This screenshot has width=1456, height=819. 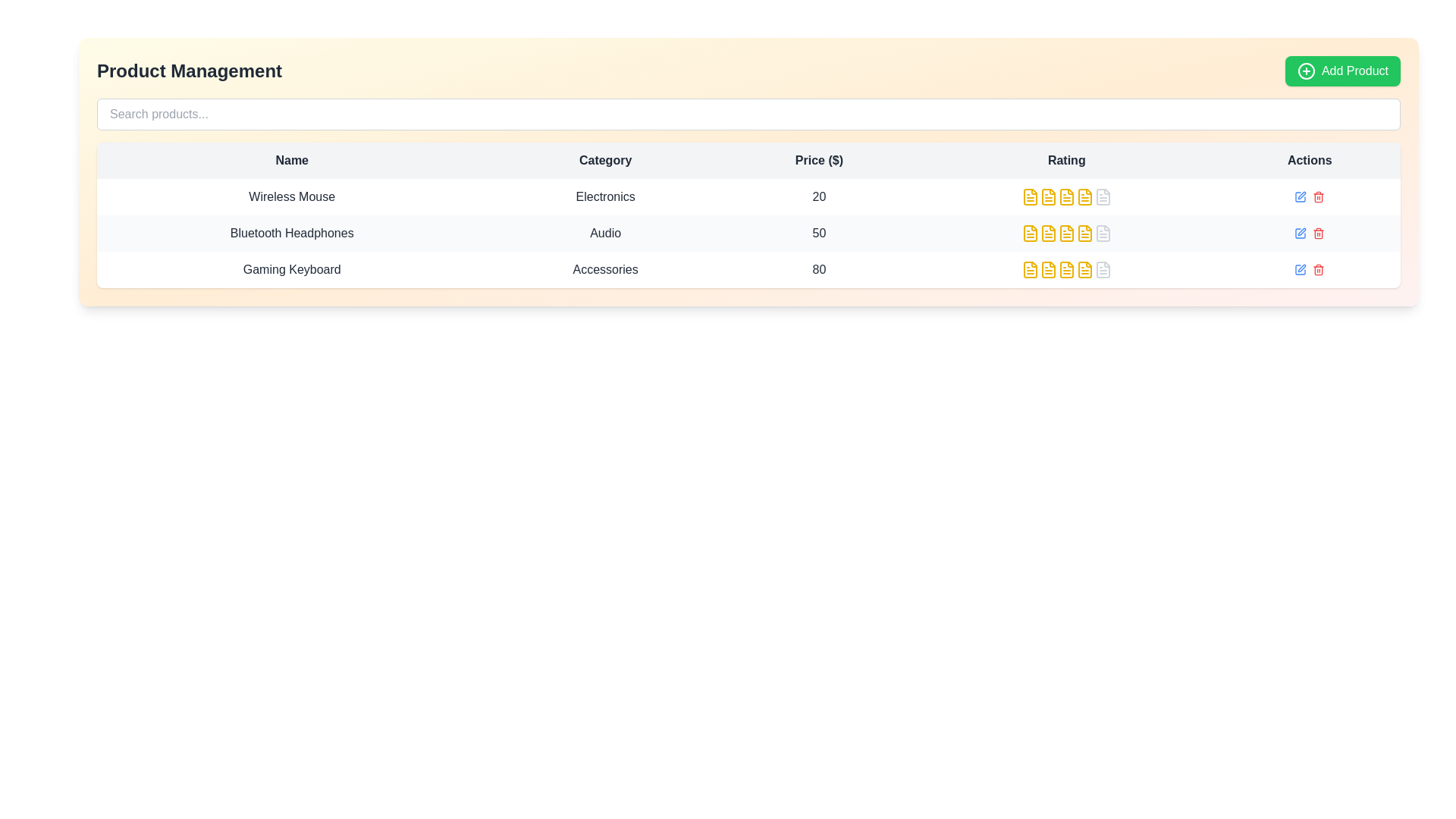 What do you see at coordinates (604, 234) in the screenshot?
I see `the Text Label representing the category name 'Bluetooth Headphones' in the second column of the product table` at bounding box center [604, 234].